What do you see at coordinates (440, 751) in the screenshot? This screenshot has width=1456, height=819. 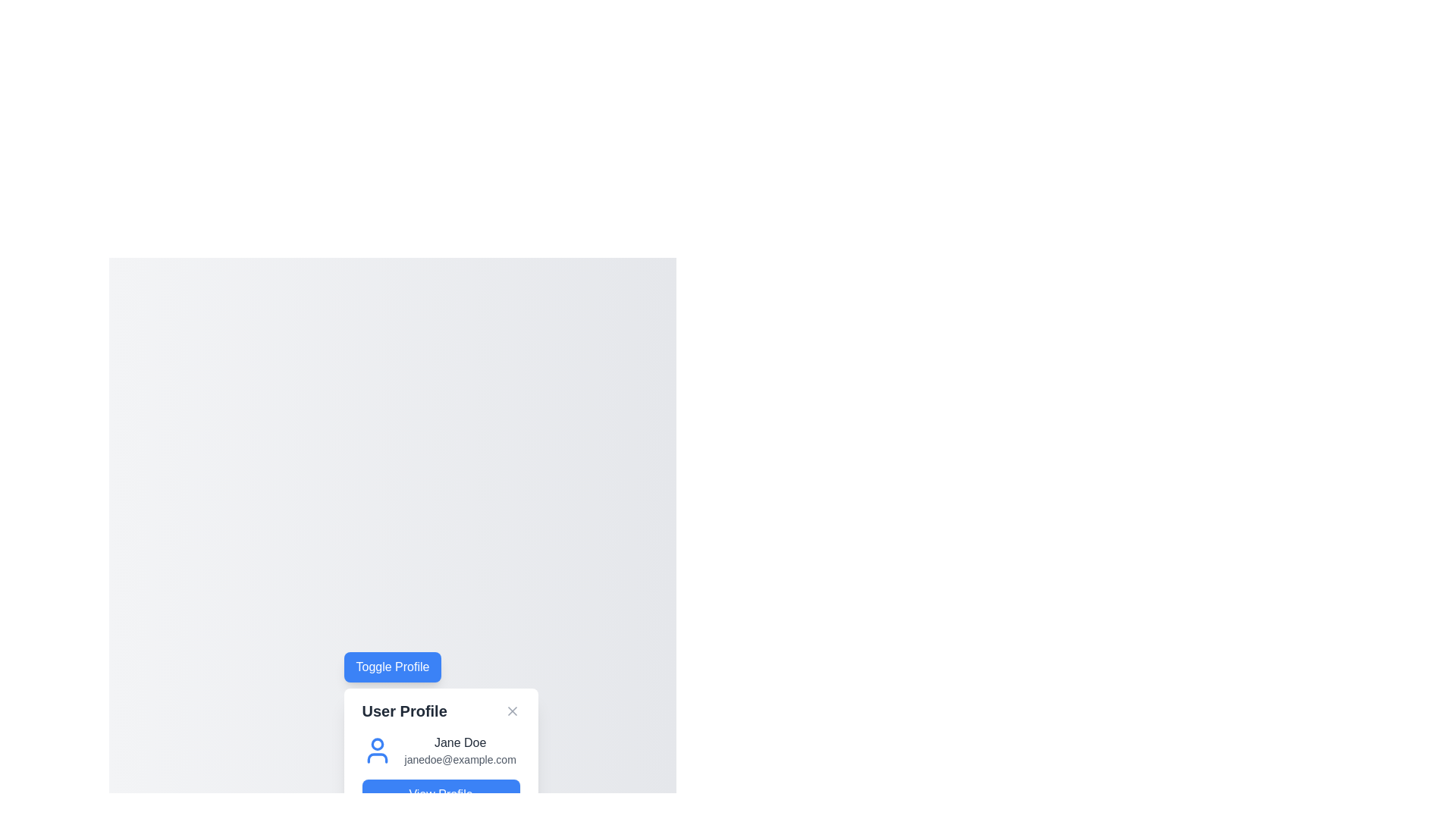 I see `the User Profile Summary element located beneath the 'User Profile' header` at bounding box center [440, 751].